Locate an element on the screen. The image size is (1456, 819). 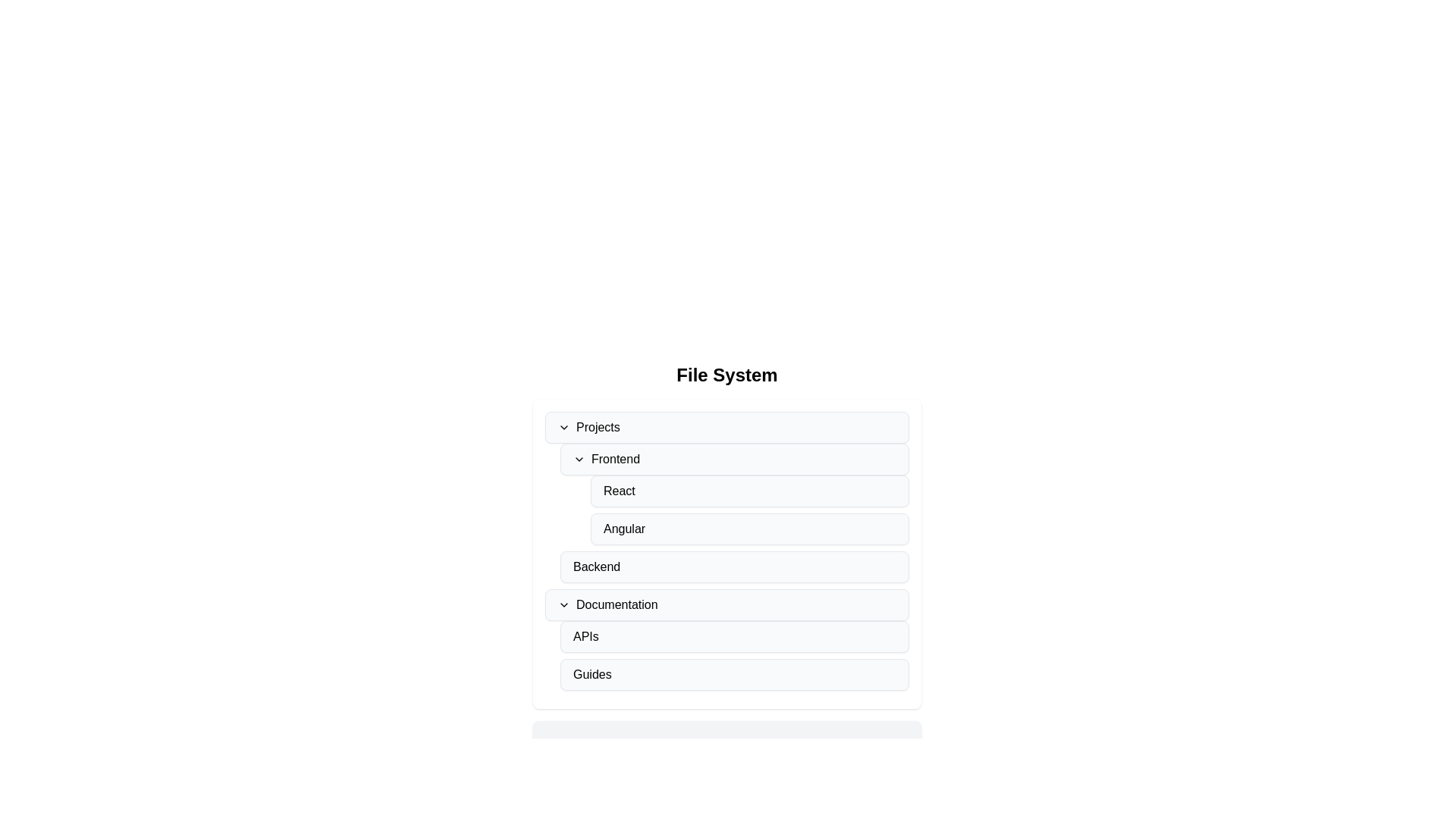
the 'Angular' button-like list item is located at coordinates (735, 529).